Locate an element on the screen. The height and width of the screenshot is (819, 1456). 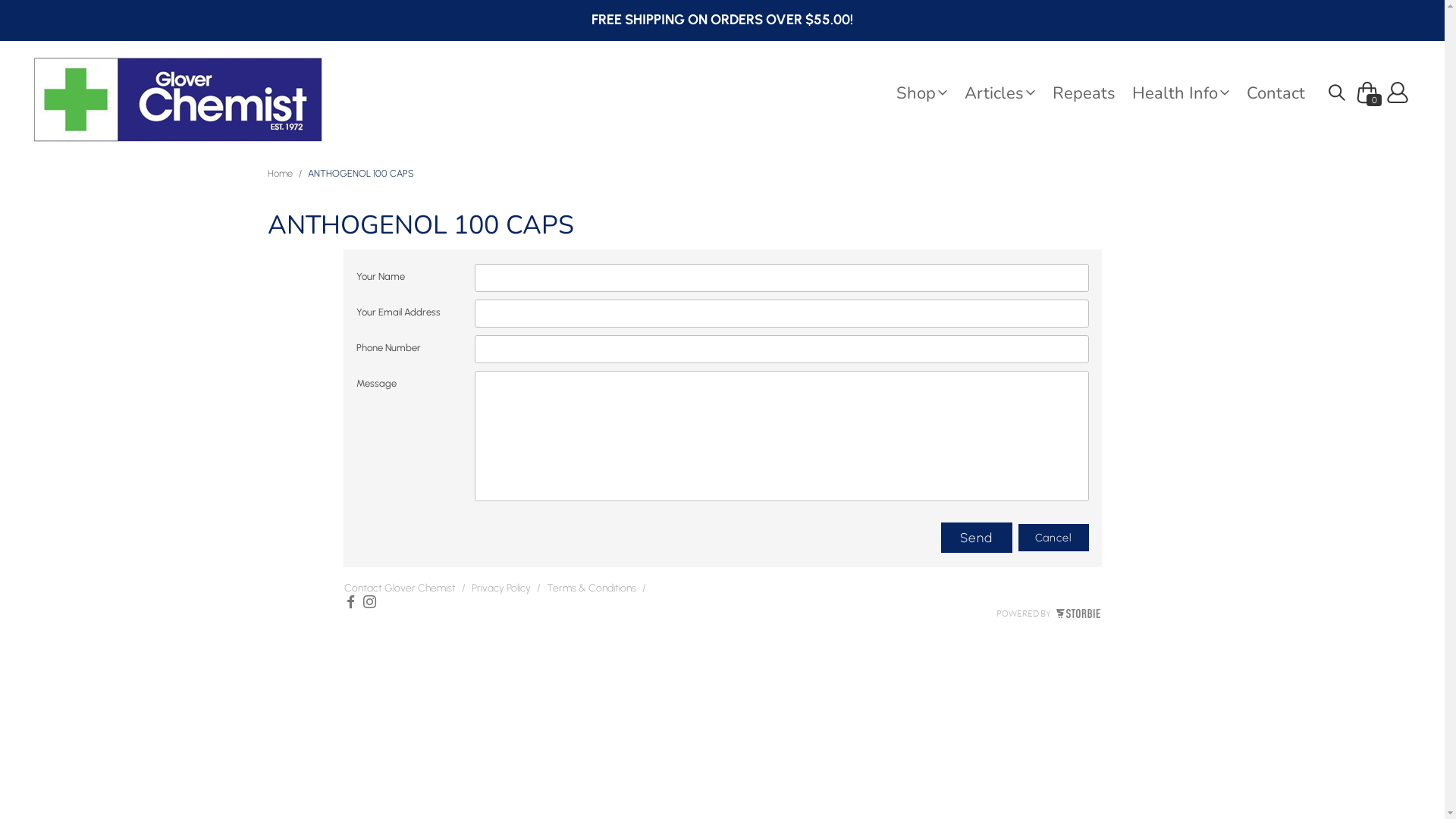
'Terms & Conditions' is located at coordinates (546, 590).